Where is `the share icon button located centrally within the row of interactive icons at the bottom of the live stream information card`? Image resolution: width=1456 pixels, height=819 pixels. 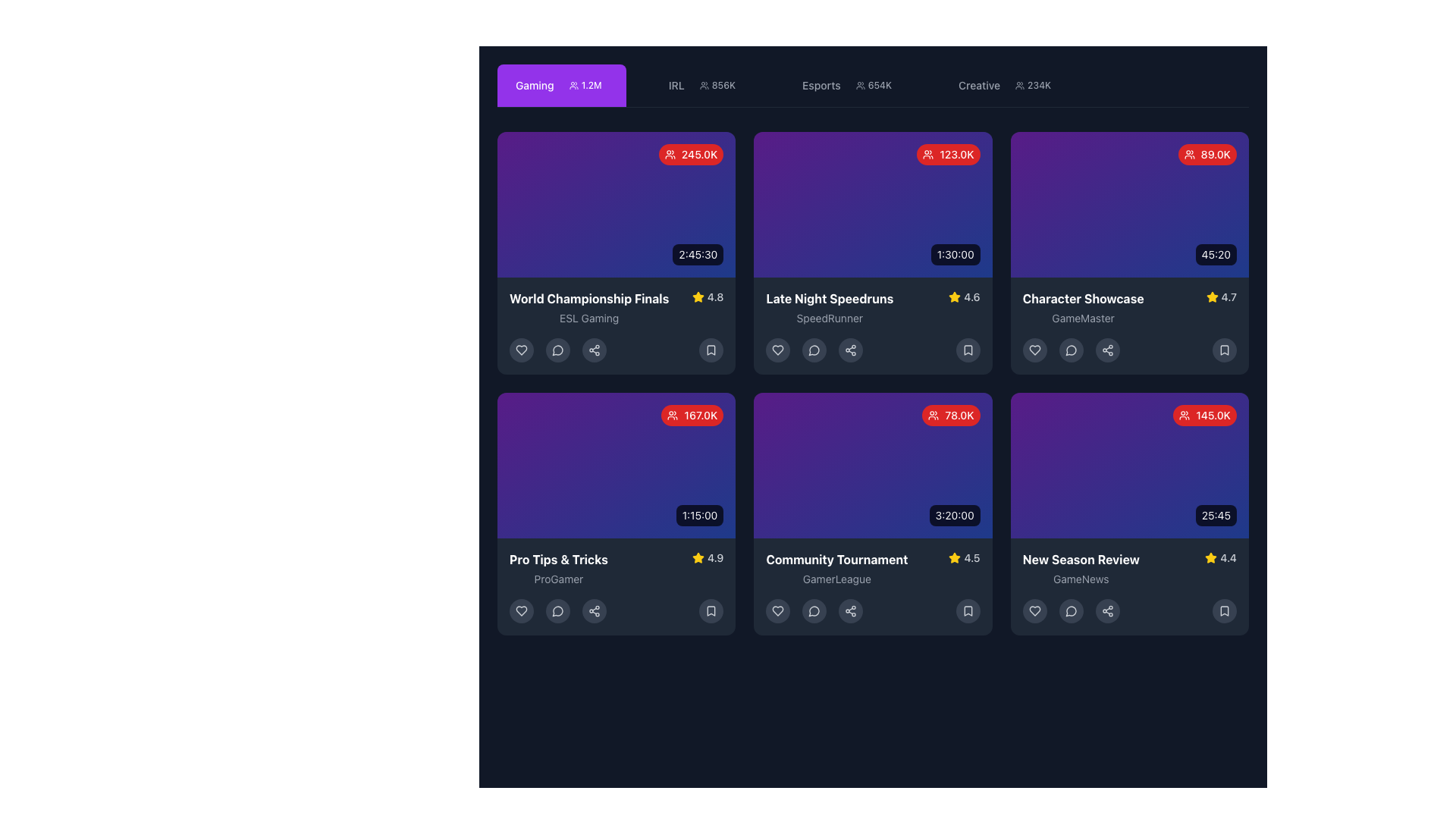 the share icon button located centrally within the row of interactive icons at the bottom of the live stream information card is located at coordinates (851, 350).